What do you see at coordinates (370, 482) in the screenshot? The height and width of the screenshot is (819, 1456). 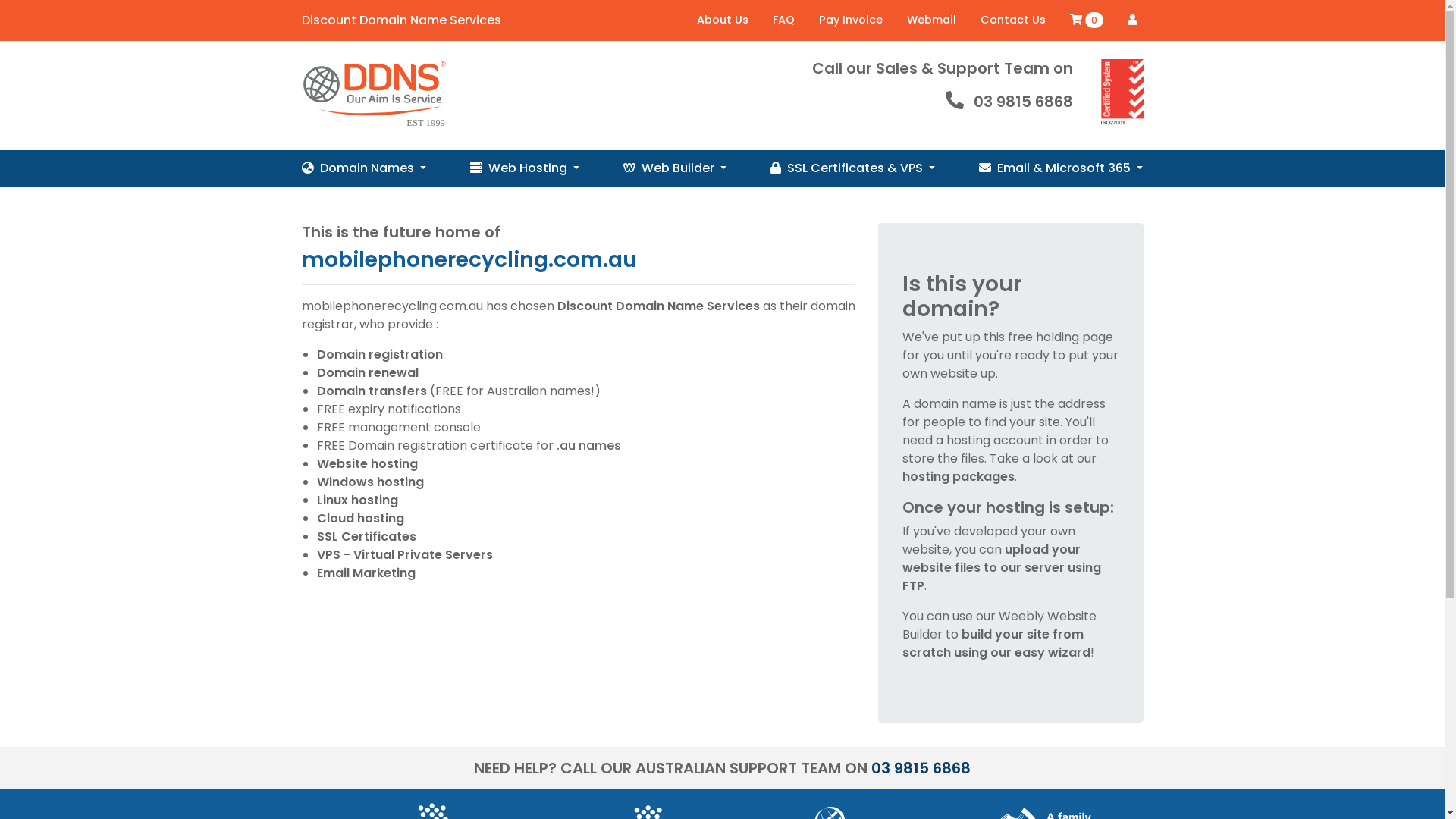 I see `'Windows hosting'` at bounding box center [370, 482].